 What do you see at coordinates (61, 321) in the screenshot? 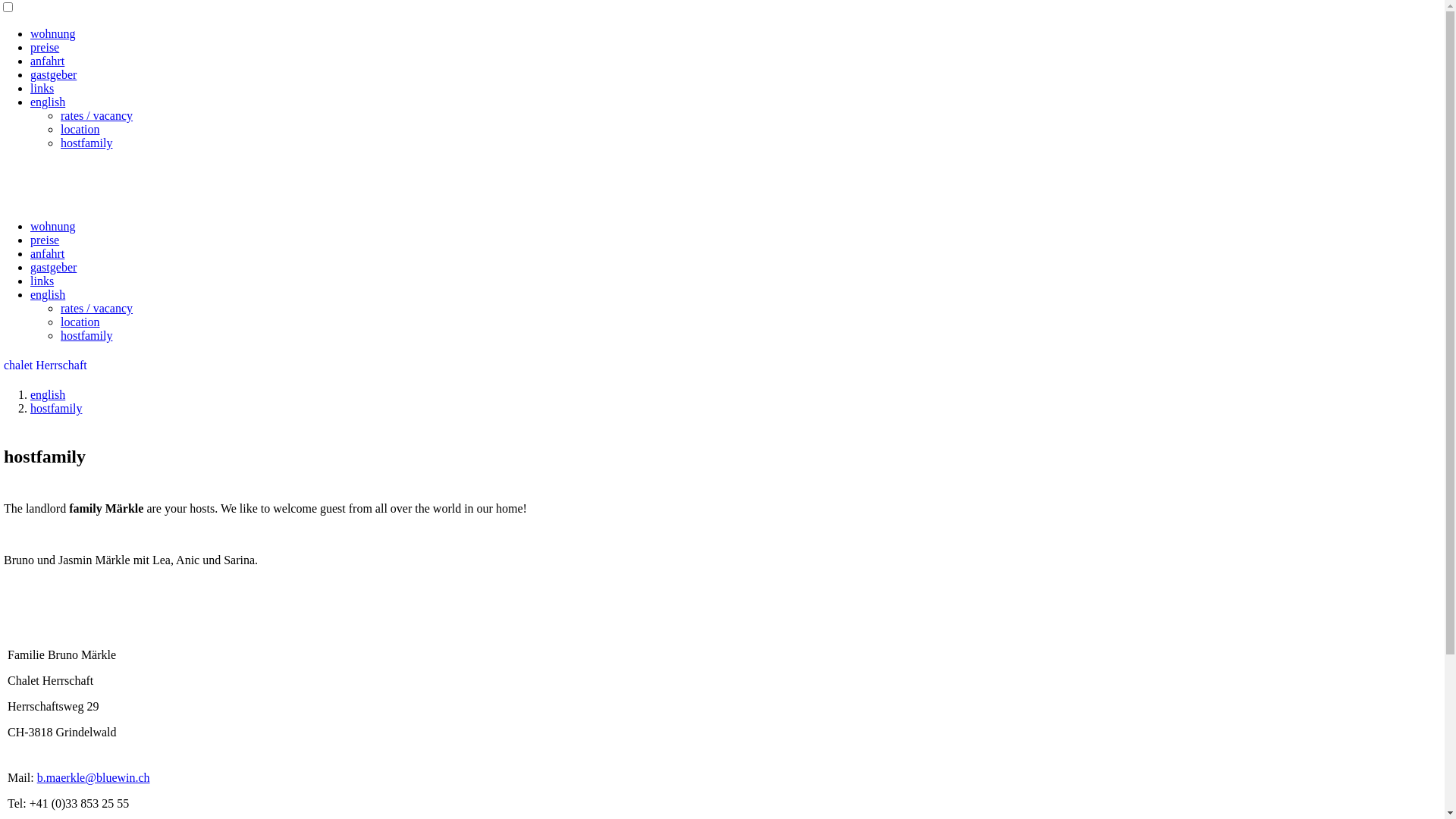
I see `'location'` at bounding box center [61, 321].